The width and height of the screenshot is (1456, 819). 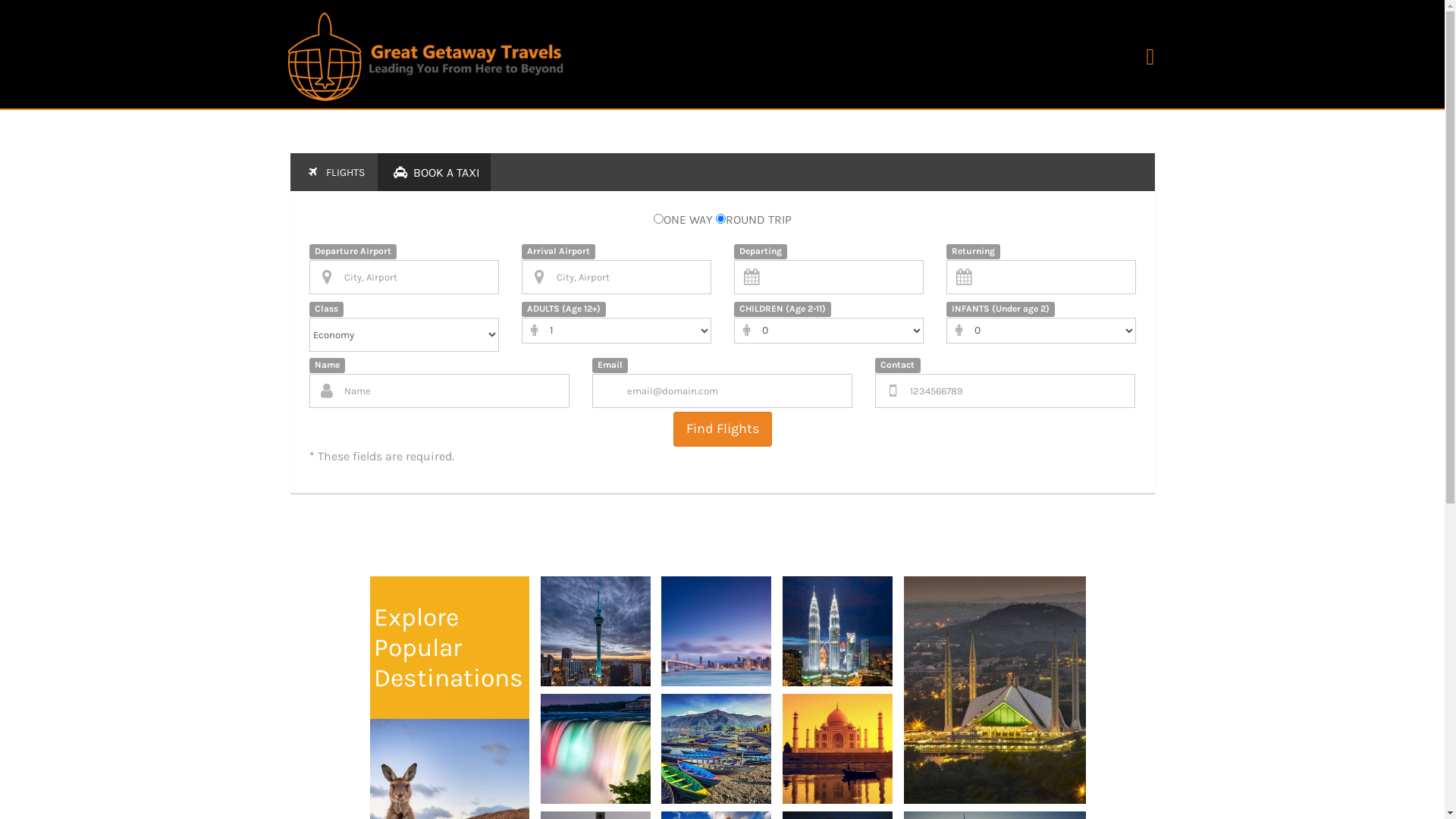 I want to click on 'FLIGHTS', so click(x=331, y=171).